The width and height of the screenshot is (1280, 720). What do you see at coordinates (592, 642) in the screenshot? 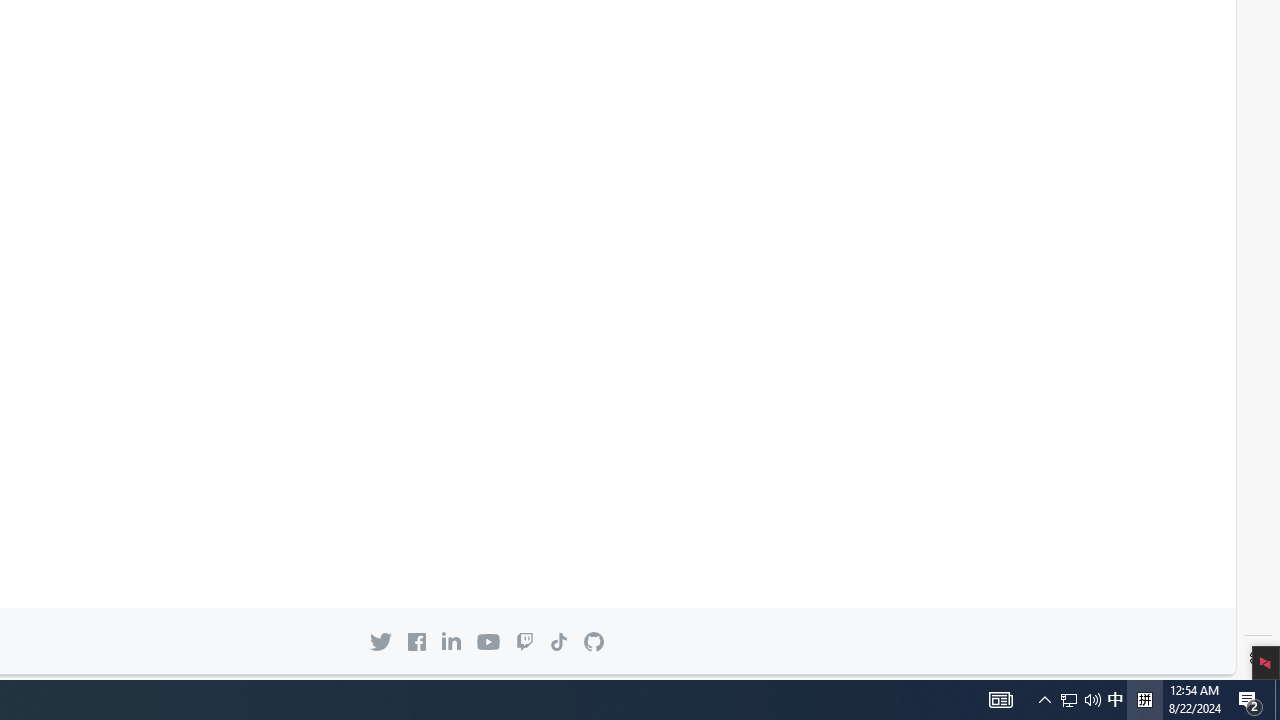
I see `'GitHub mark'` at bounding box center [592, 642].